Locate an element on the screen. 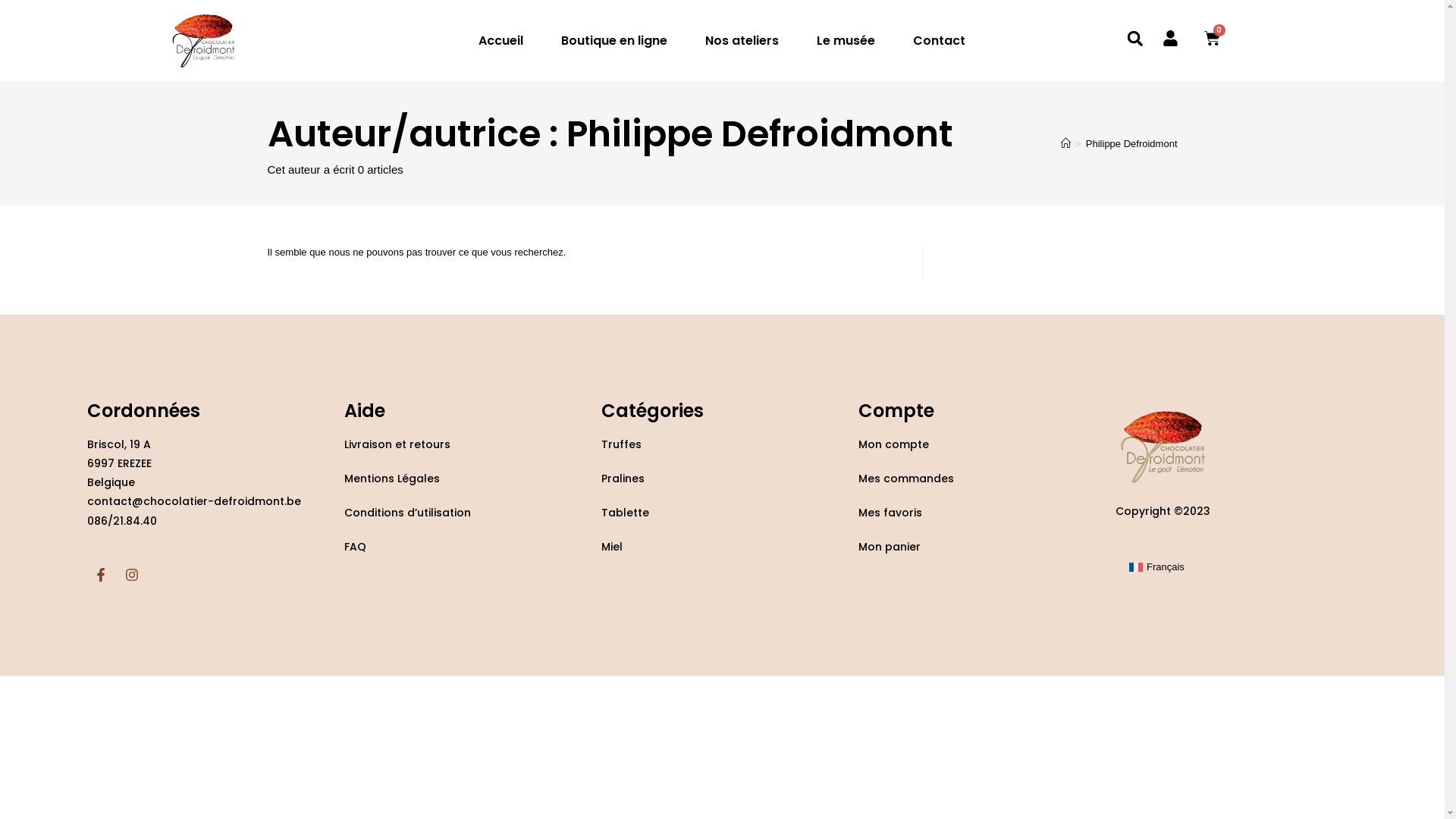 This screenshot has width=1456, height=819. 'Mes commandes' is located at coordinates (906, 479).